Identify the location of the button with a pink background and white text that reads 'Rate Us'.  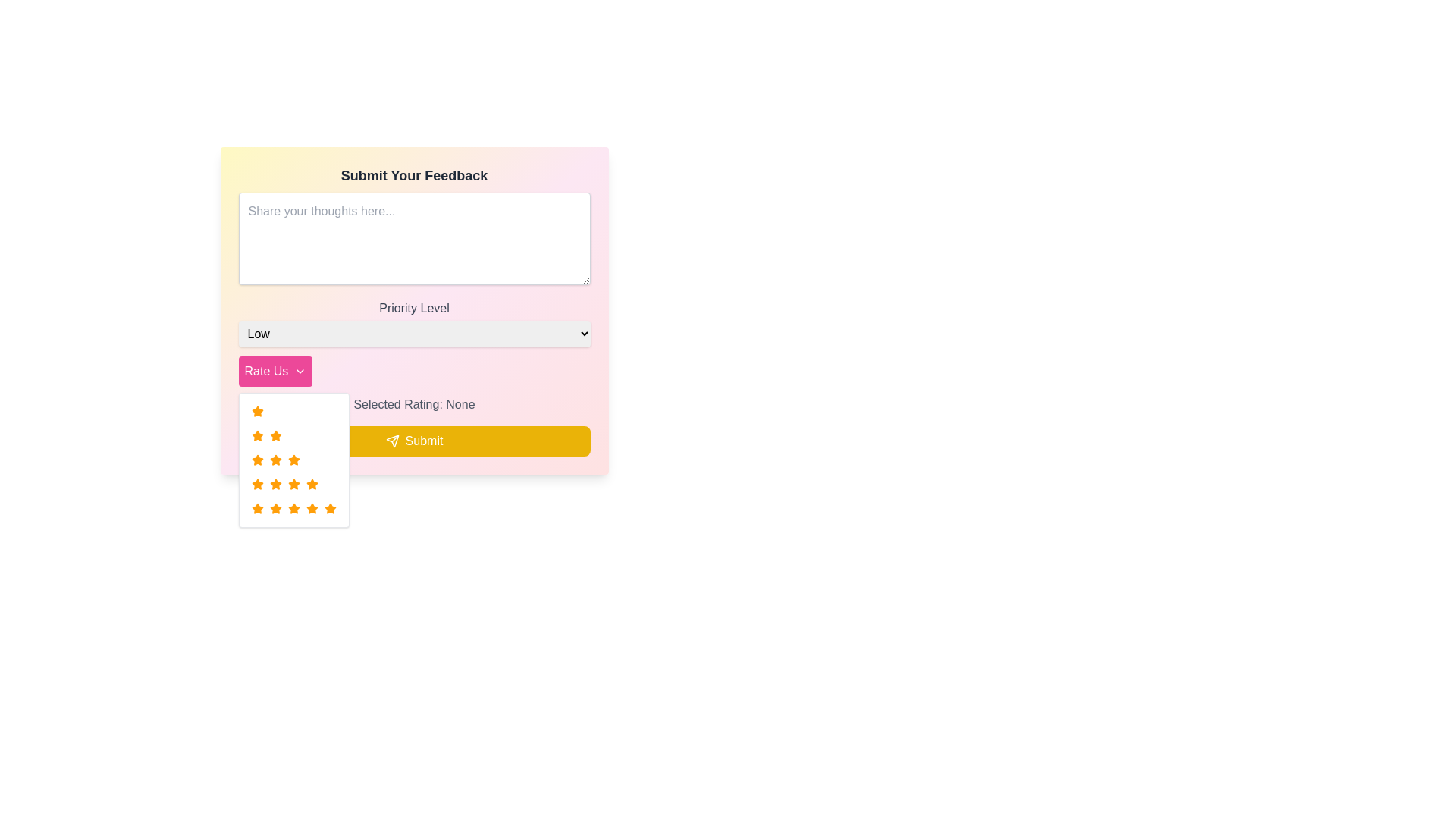
(275, 371).